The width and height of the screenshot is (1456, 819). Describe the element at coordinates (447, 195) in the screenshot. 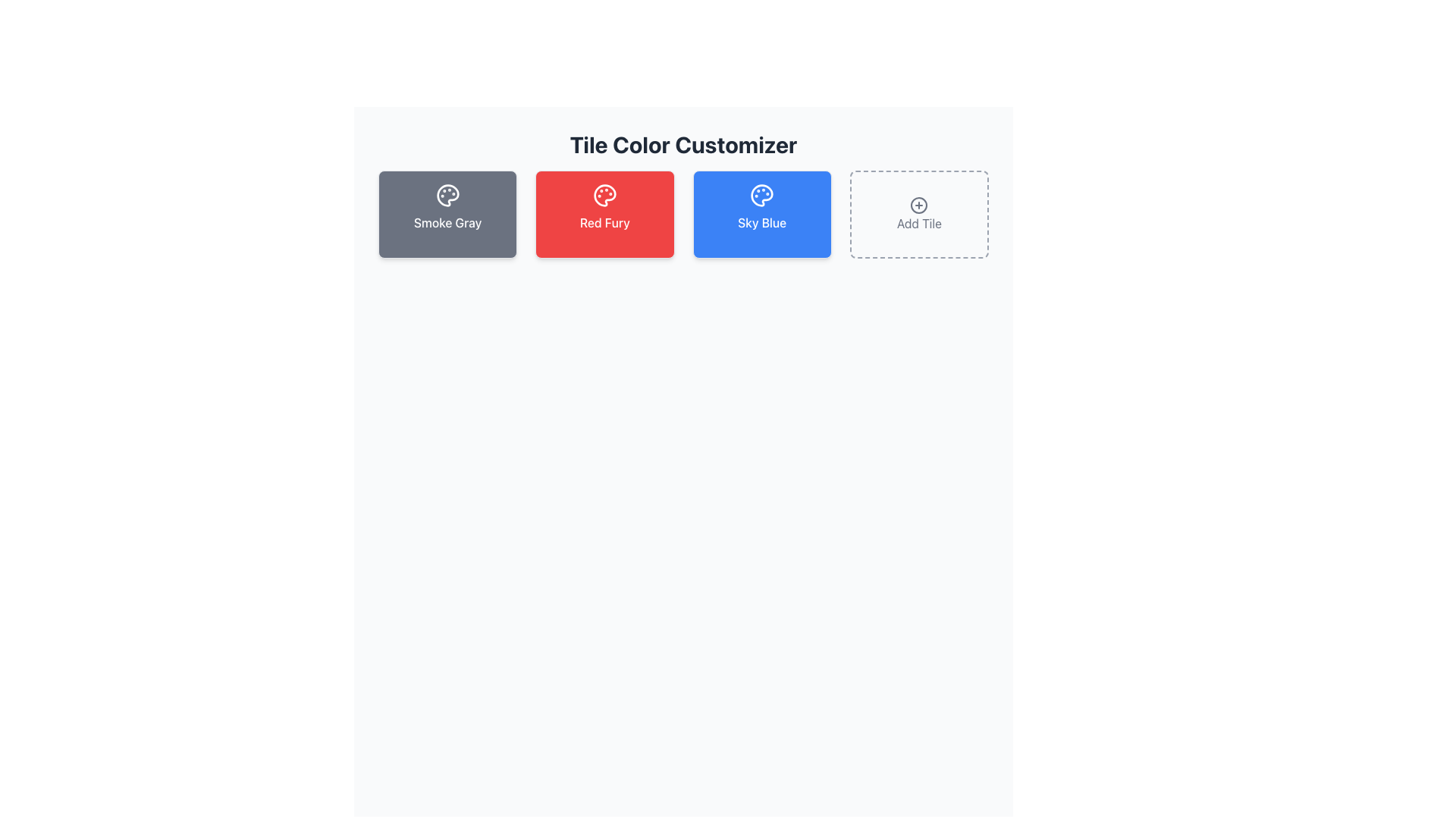

I see `the Decorative Icon representing the 'Smoke Gray' tile component, which is part of a horizontal group of color palette tiles` at that location.